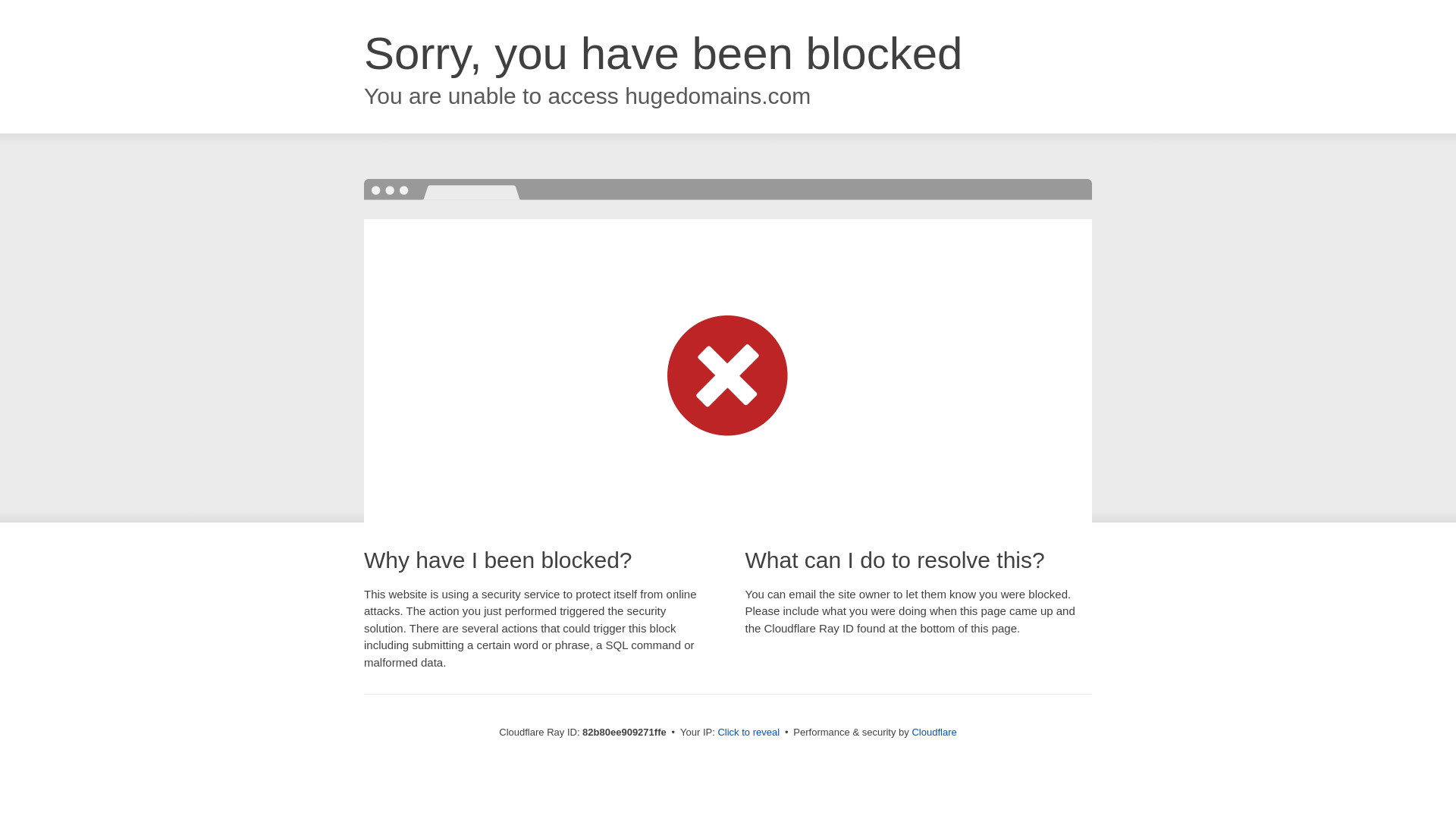 This screenshot has height=819, width=1456. Describe the element at coordinates (910, 731) in the screenshot. I see `'Cloudflare'` at that location.